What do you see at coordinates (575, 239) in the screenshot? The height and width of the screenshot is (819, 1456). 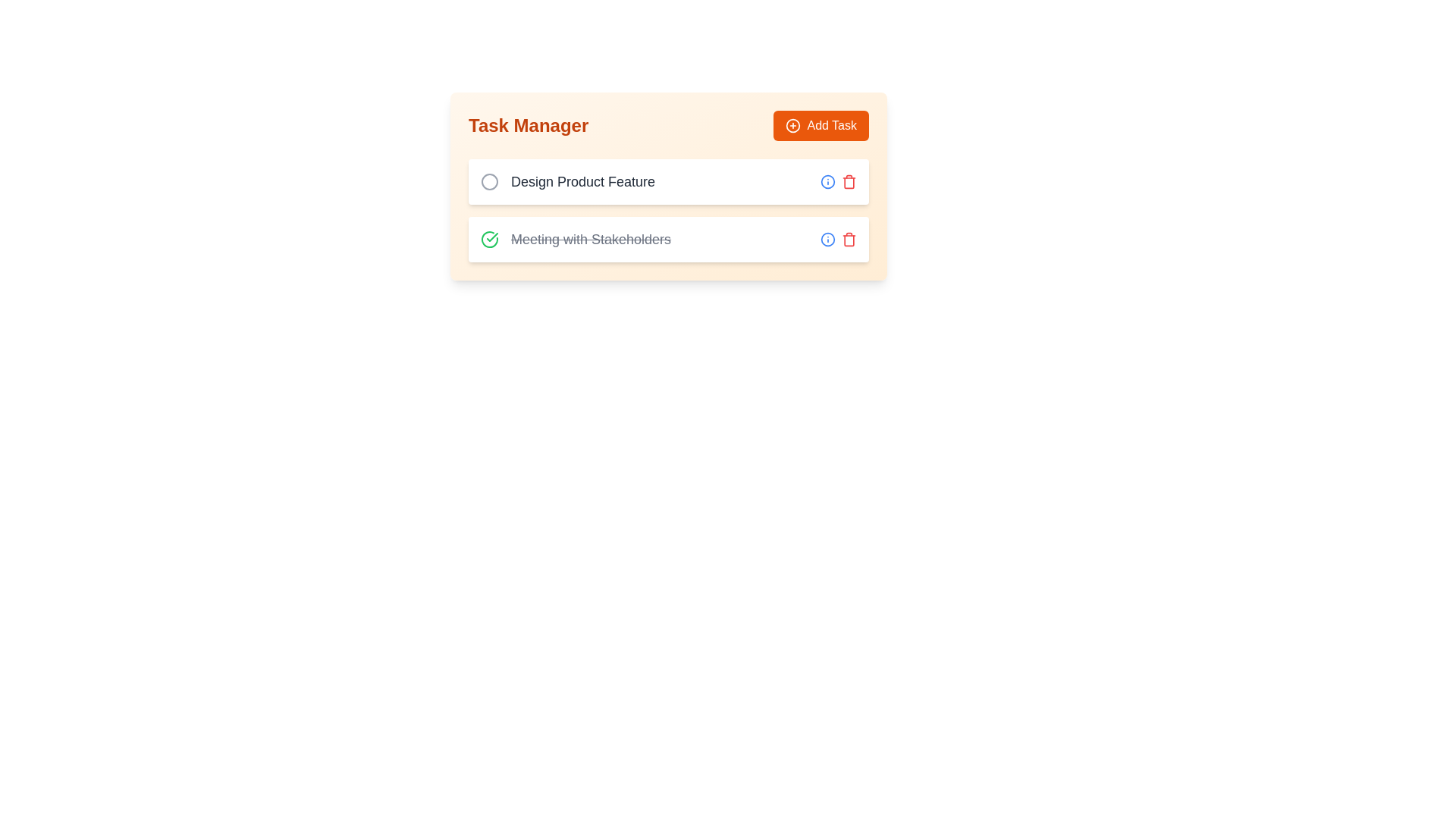 I see `the text label 'Meeting with Stakeholders' which has a strikethrough style to view options` at bounding box center [575, 239].